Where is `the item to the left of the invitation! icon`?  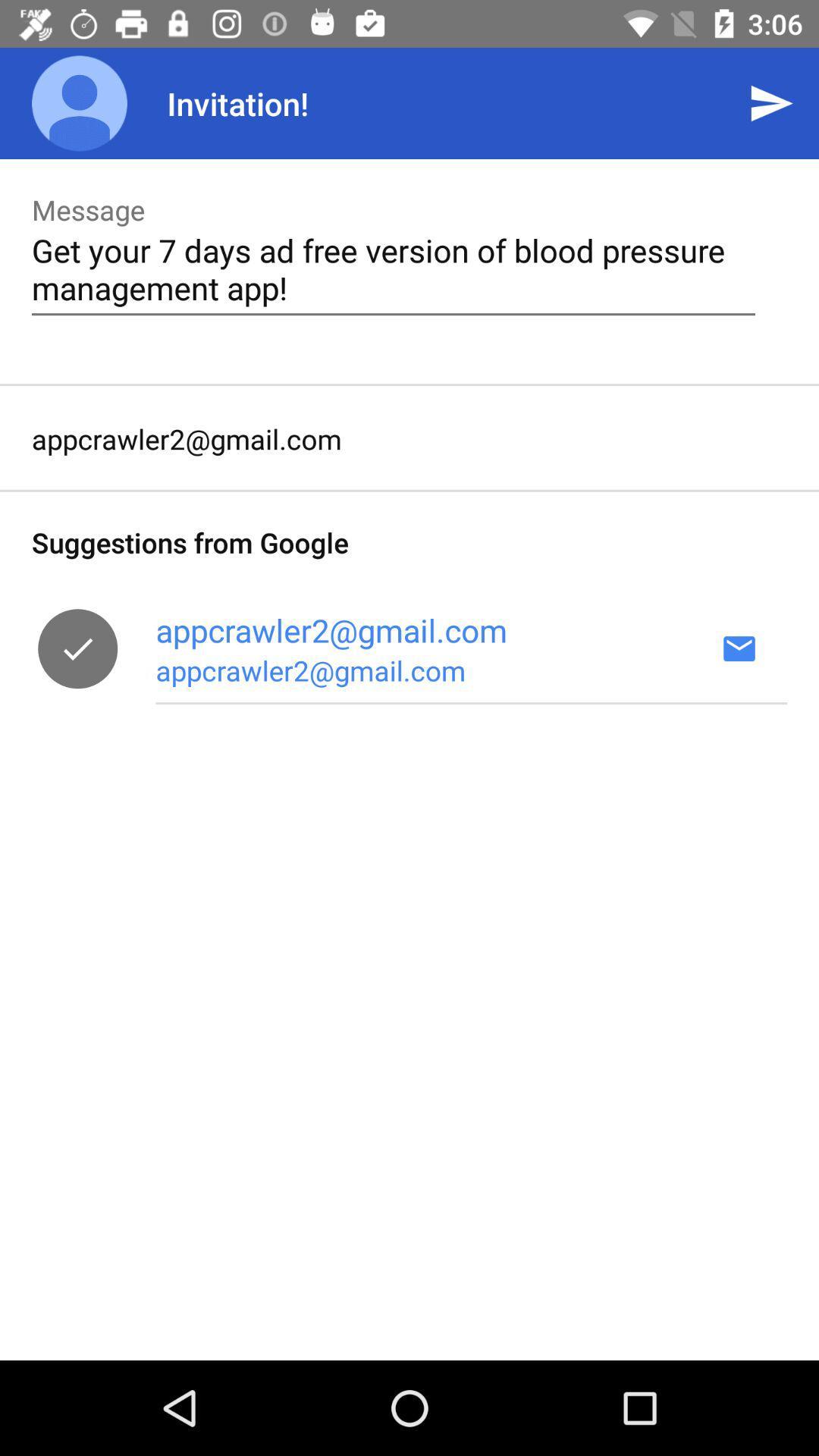
the item to the left of the invitation! icon is located at coordinates (79, 102).